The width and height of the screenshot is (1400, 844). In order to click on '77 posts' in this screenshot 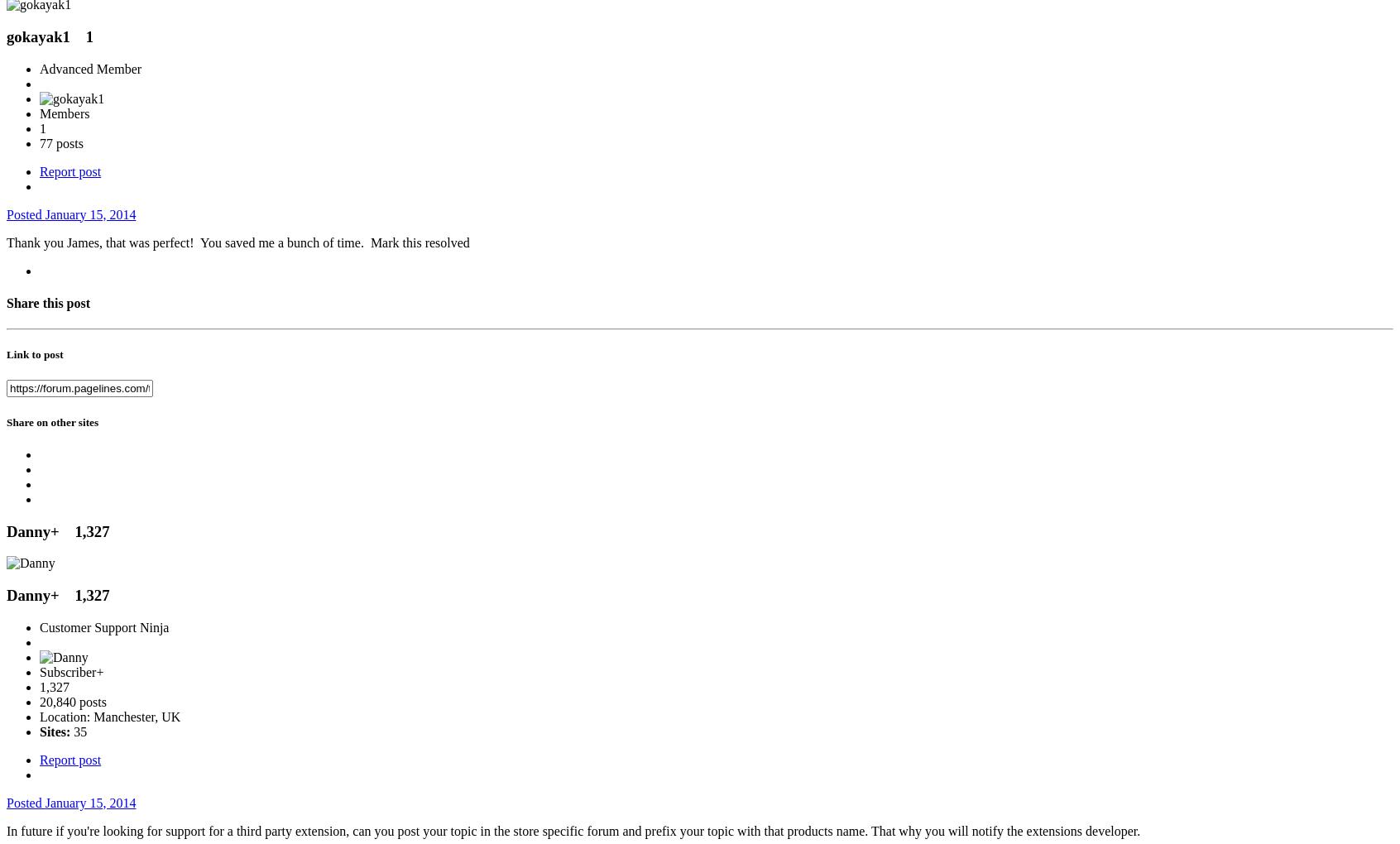, I will do `click(60, 141)`.